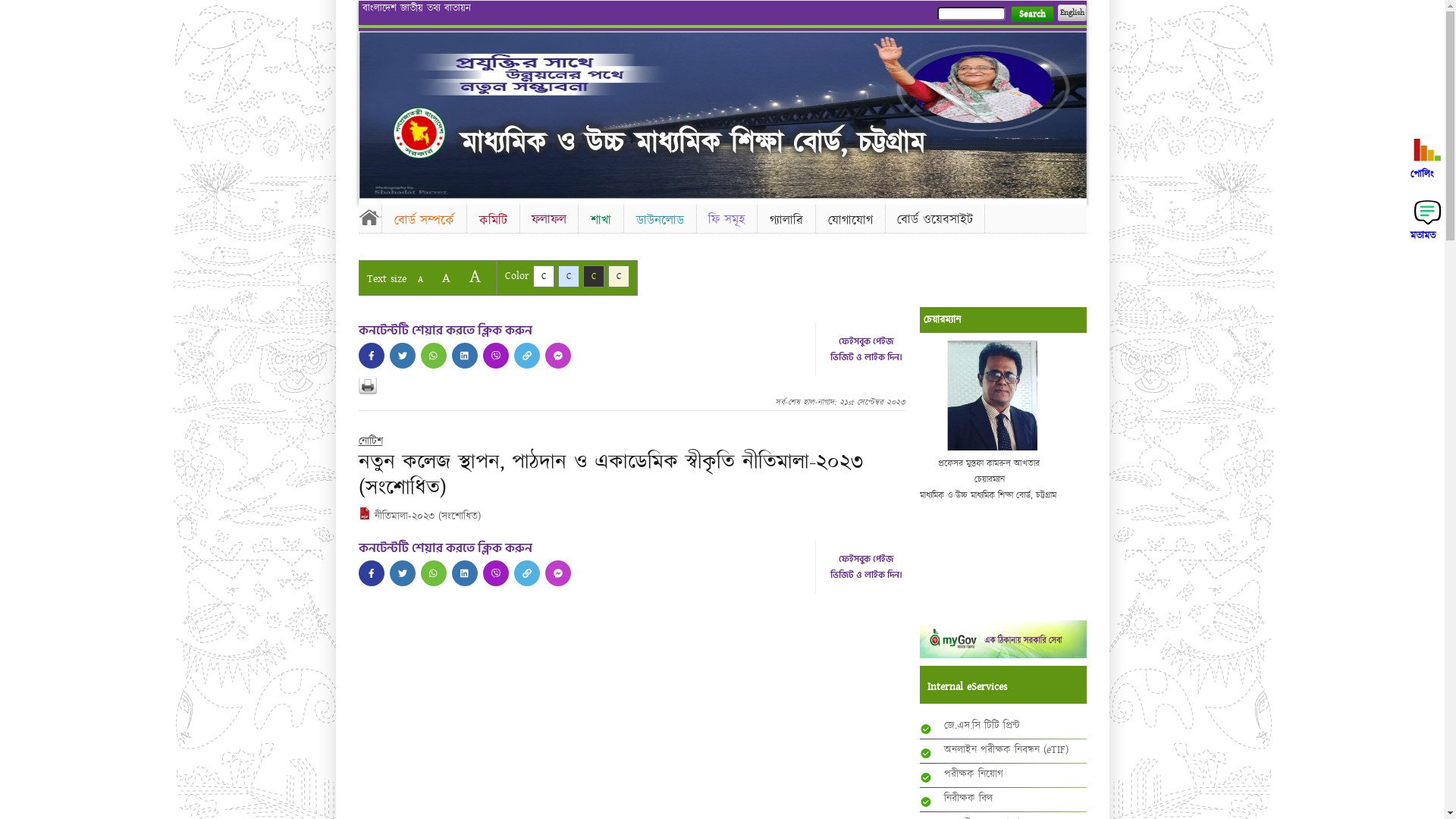 Image resolution: width=1456 pixels, height=819 pixels. I want to click on 'A', so click(409, 279).